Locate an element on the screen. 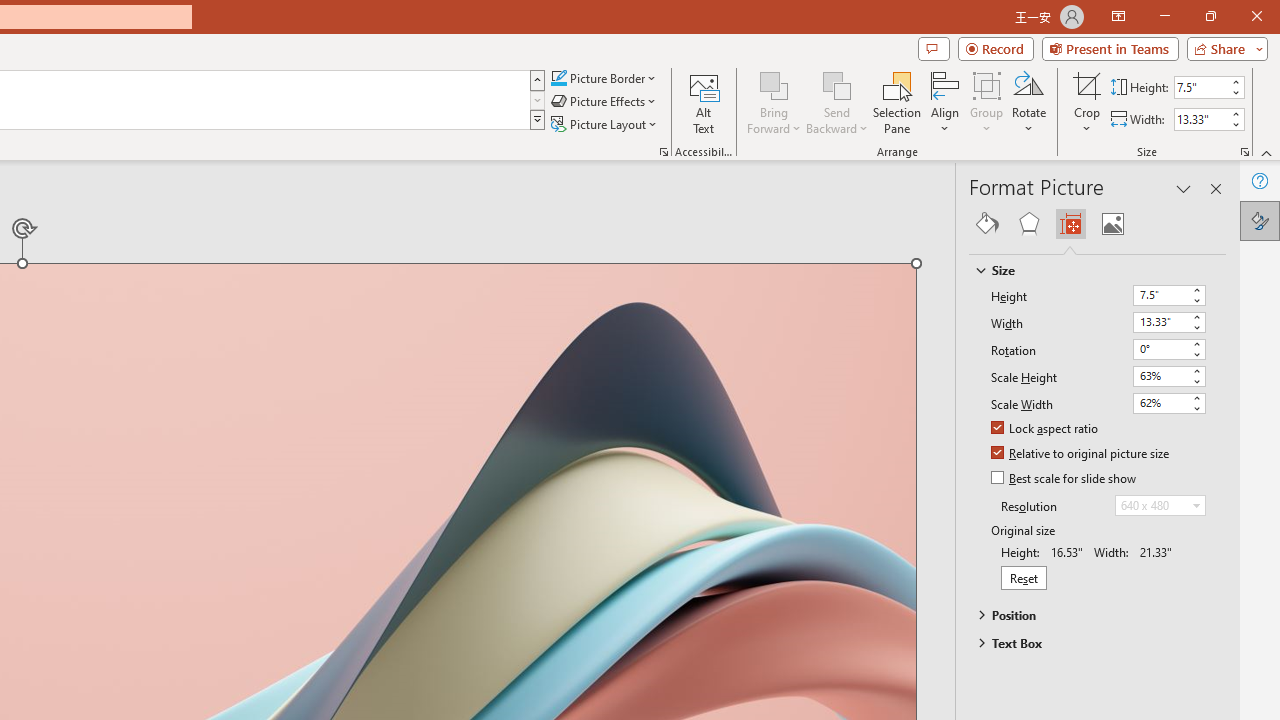 The height and width of the screenshot is (720, 1280). 'Rotate' is located at coordinates (1029, 103).